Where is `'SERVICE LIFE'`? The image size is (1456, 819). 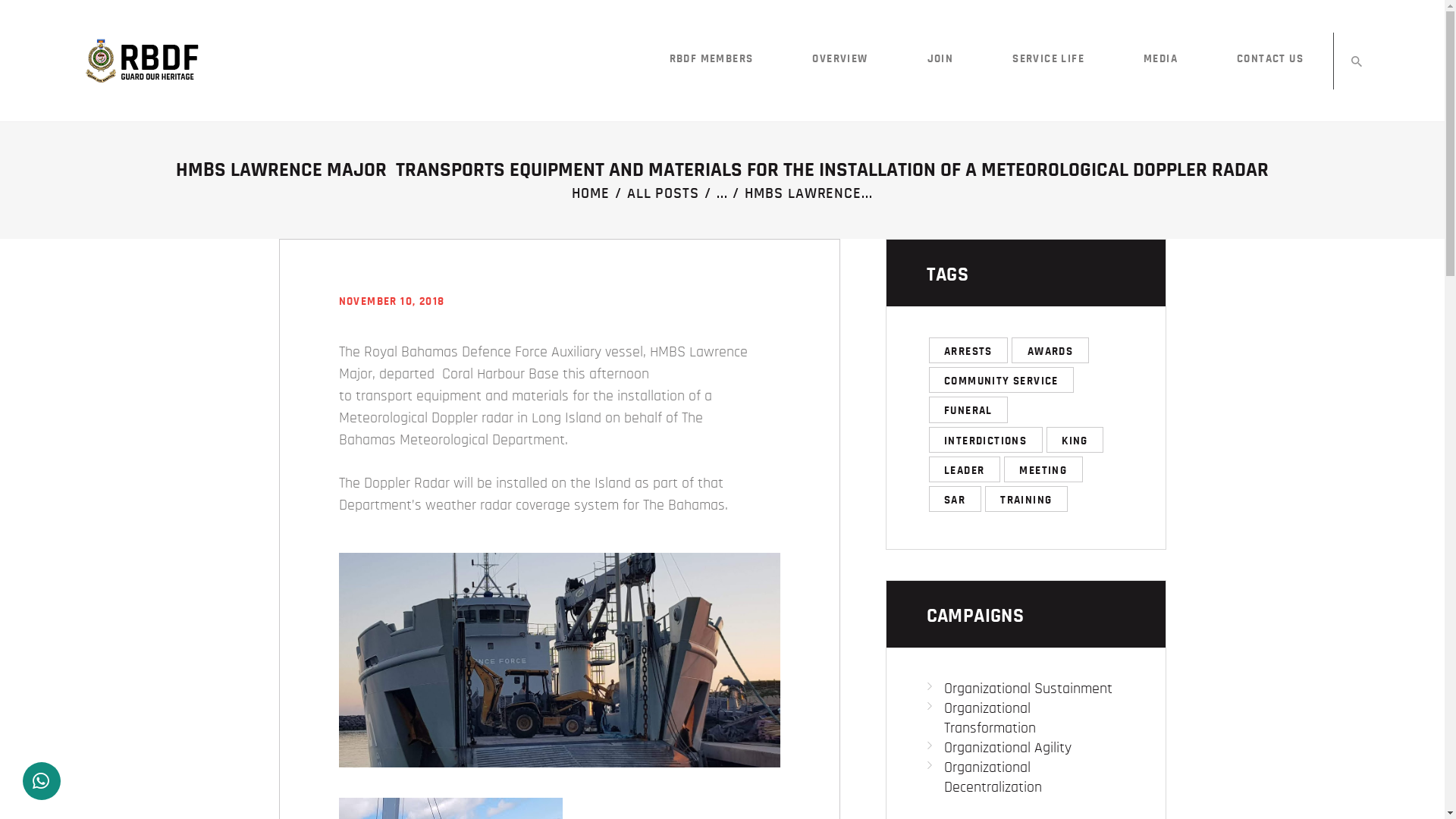
'SERVICE LIFE' is located at coordinates (1047, 58).